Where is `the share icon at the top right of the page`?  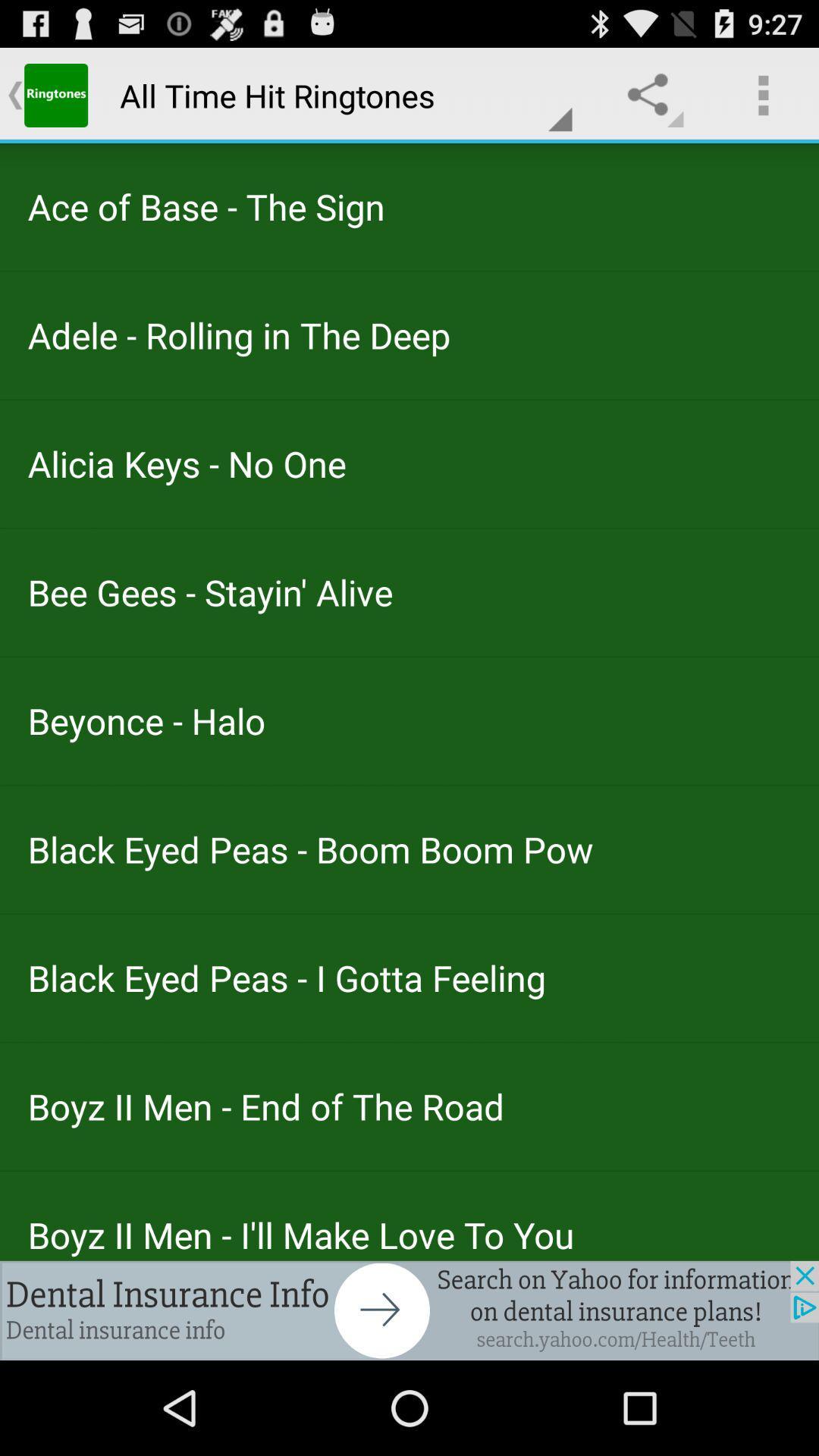 the share icon at the top right of the page is located at coordinates (651, 94).